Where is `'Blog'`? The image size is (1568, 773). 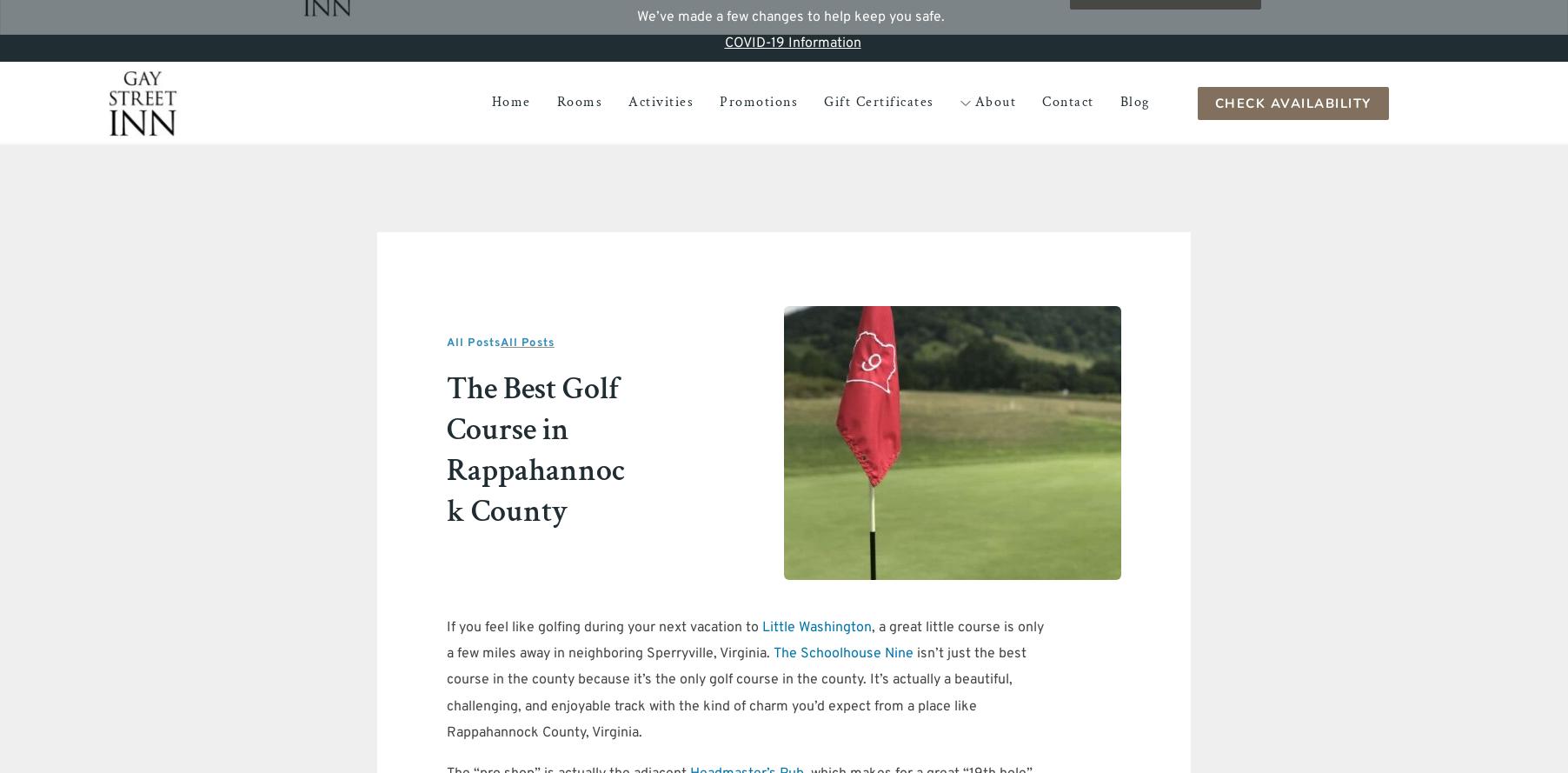
'Blog' is located at coordinates (1134, 101).